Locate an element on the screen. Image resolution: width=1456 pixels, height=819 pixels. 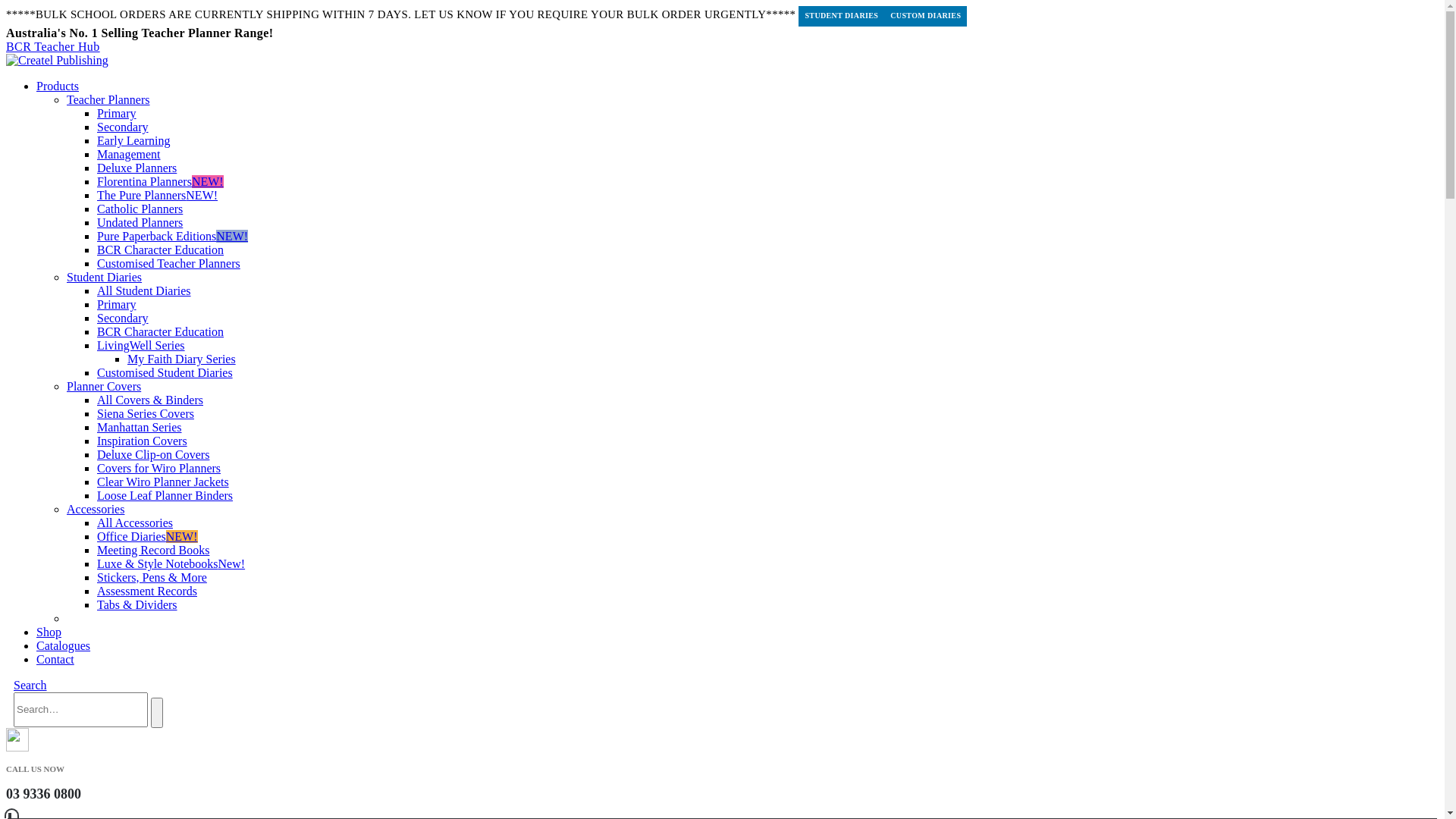
'Manhattan Series' is located at coordinates (96, 427).